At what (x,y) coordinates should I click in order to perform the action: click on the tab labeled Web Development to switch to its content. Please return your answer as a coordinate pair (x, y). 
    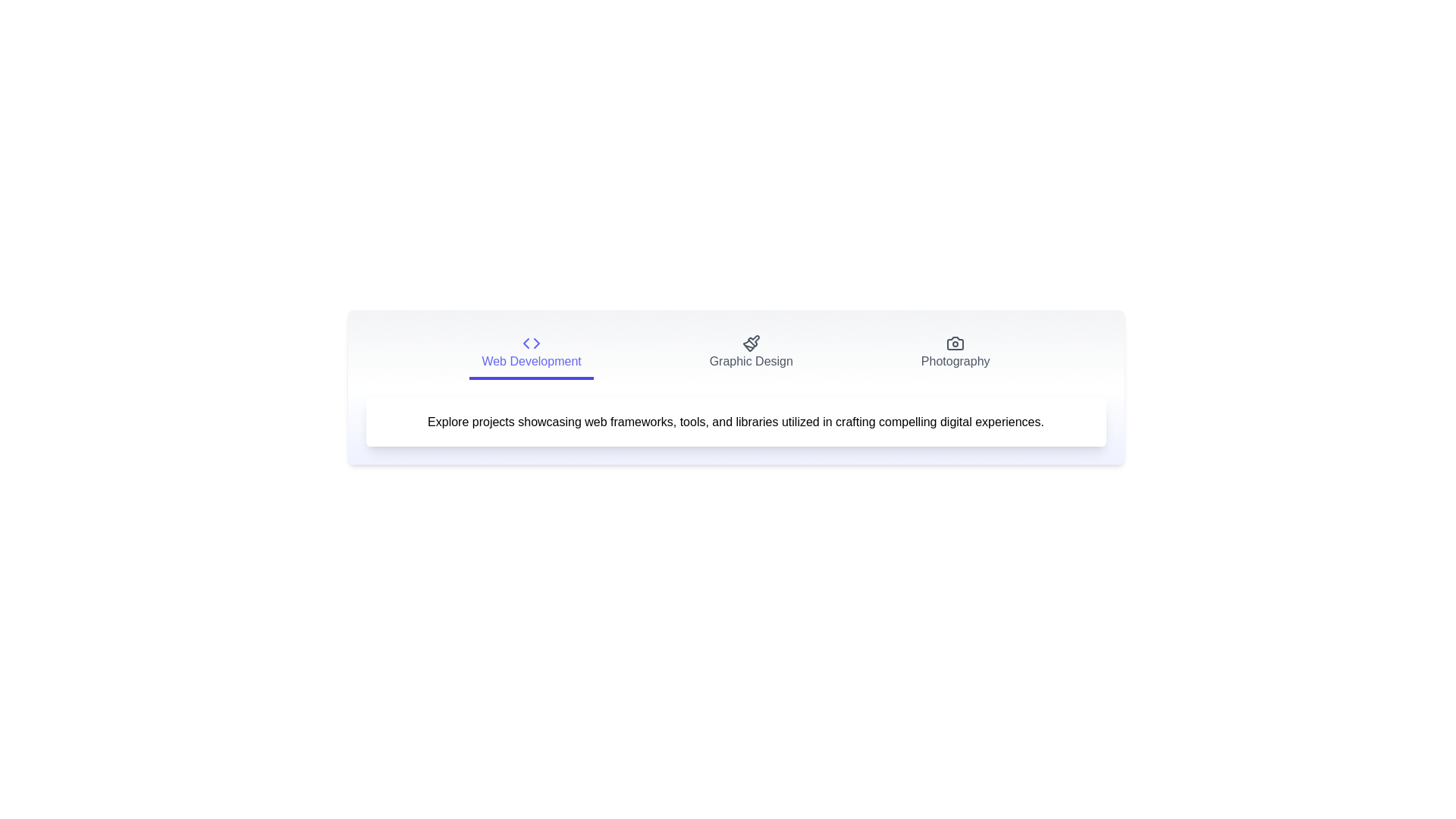
    Looking at the image, I should click on (531, 353).